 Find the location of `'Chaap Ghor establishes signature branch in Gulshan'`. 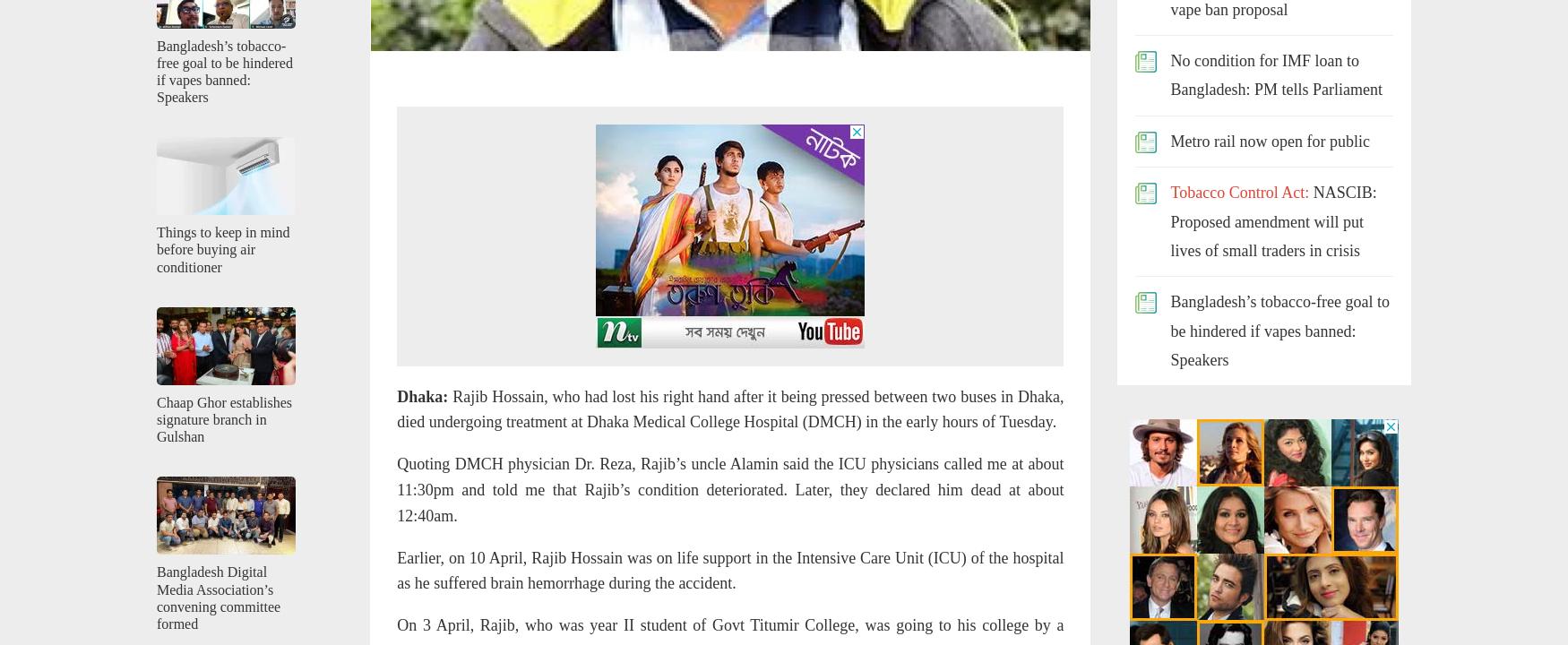

'Chaap Ghor establishes signature branch in Gulshan' is located at coordinates (224, 419).